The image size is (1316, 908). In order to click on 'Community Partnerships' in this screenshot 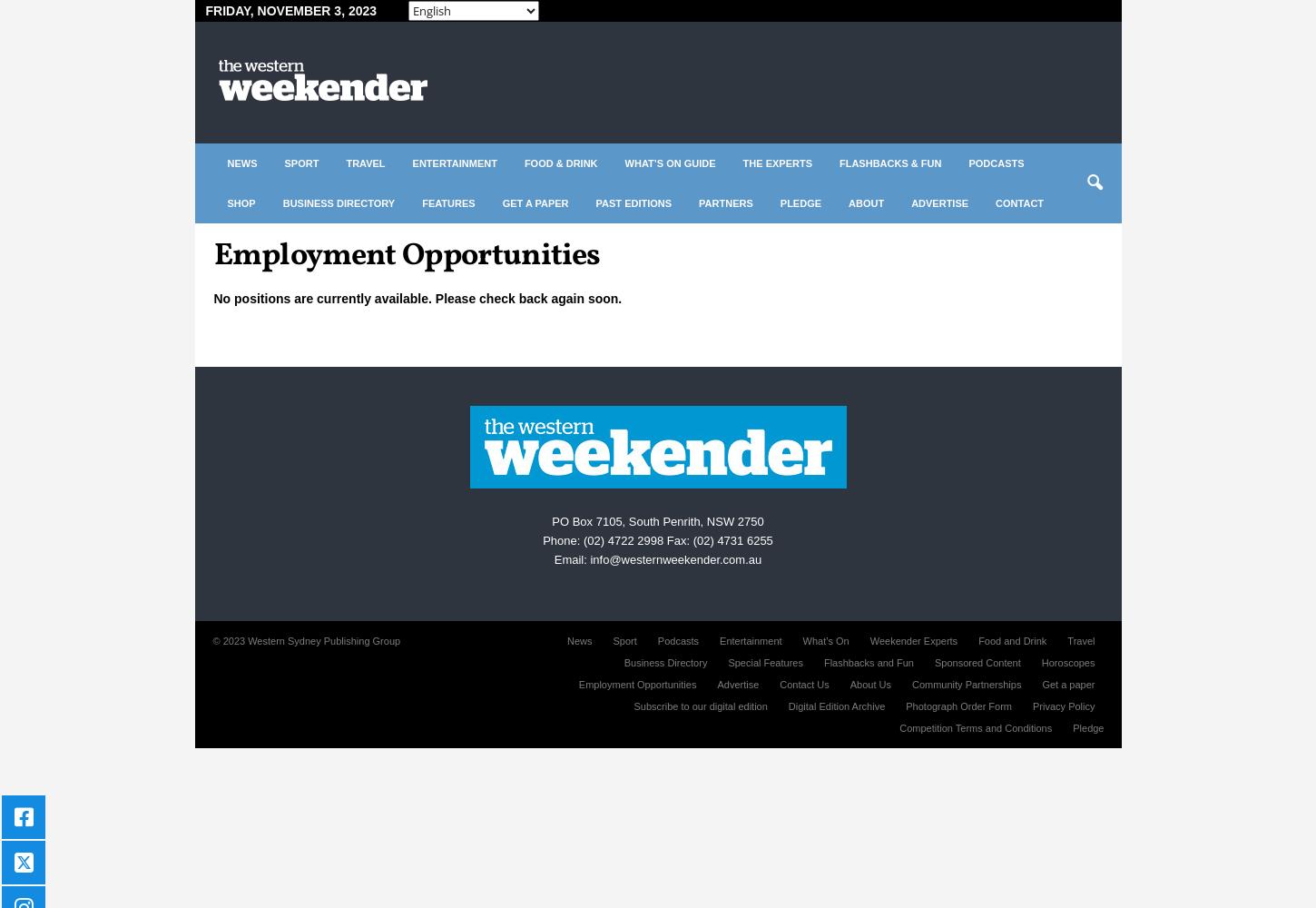, I will do `click(910, 685)`.